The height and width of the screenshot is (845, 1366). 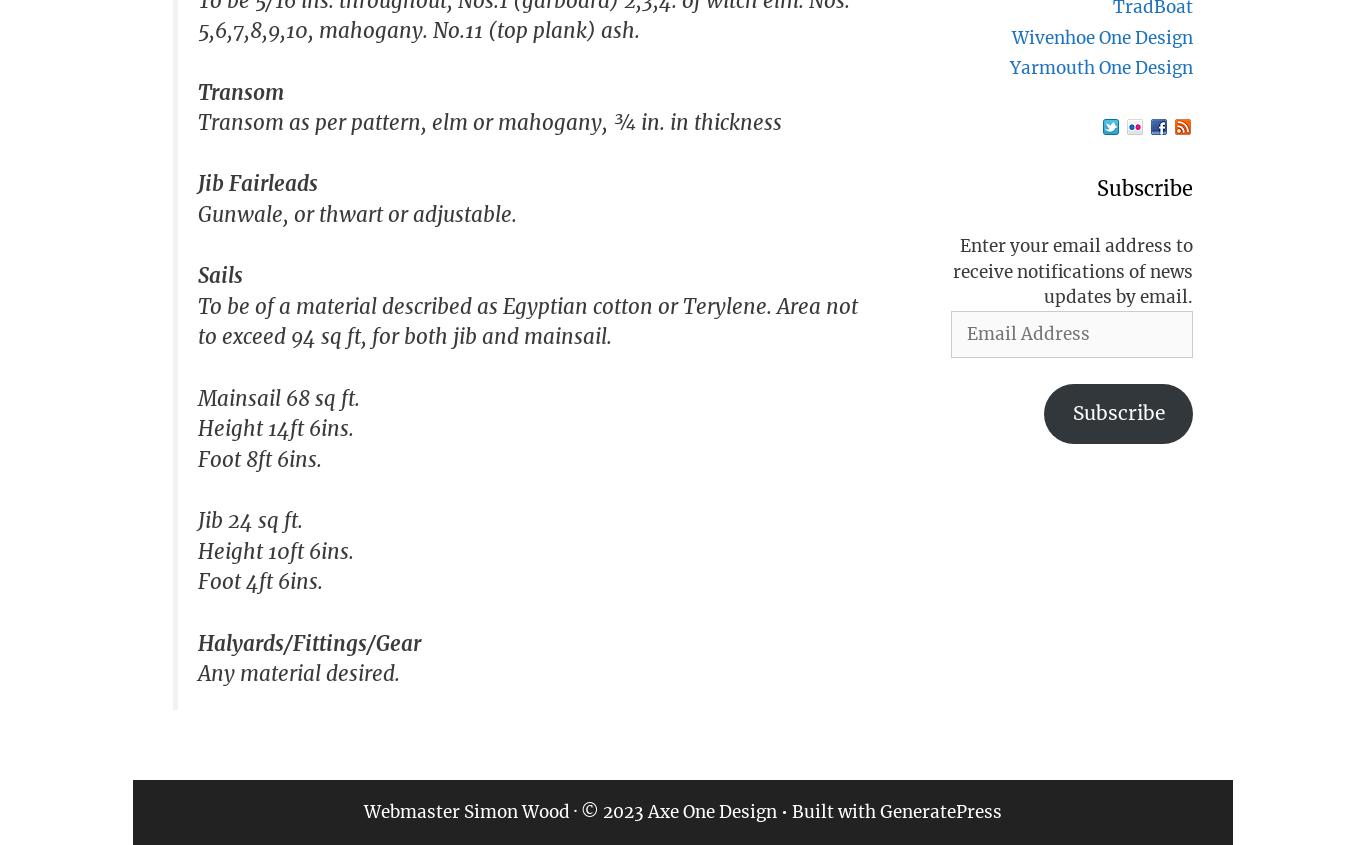 I want to click on '© 2023 Axe One Design', so click(x=678, y=811).